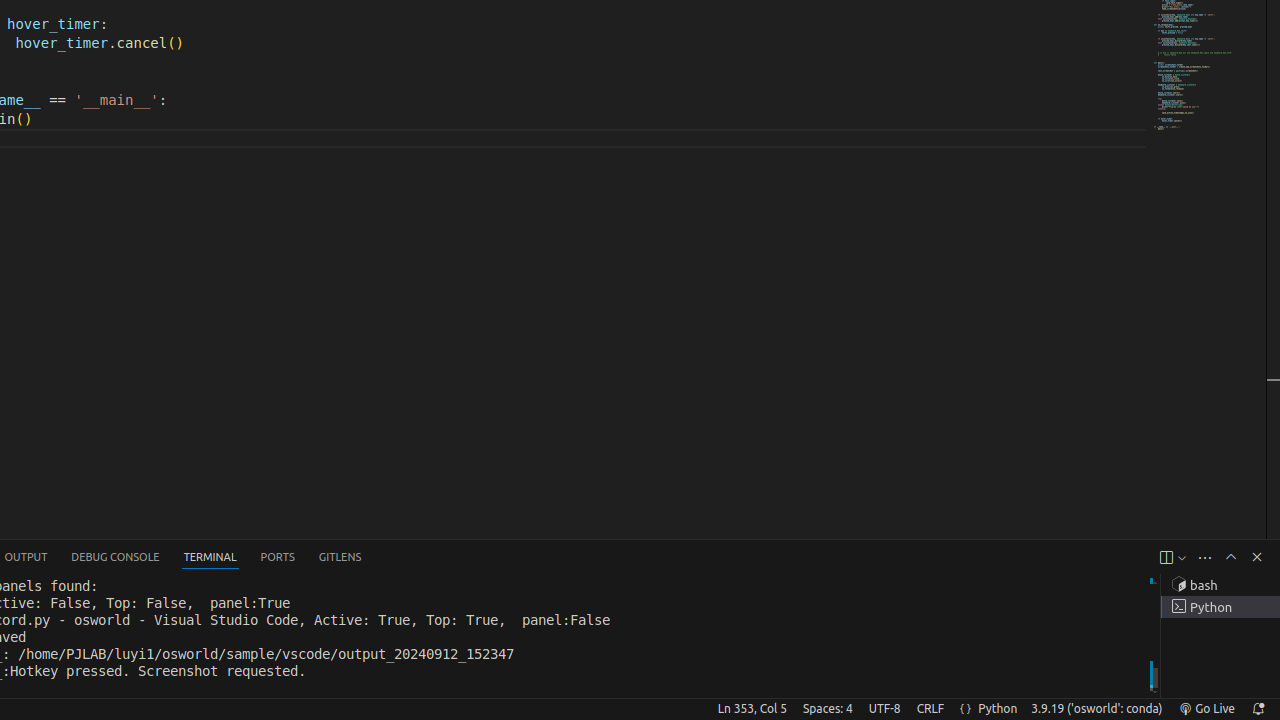 Image resolution: width=1280 pixels, height=720 pixels. Describe the element at coordinates (1219, 606) in the screenshot. I see `'Terminal 5 Python'` at that location.